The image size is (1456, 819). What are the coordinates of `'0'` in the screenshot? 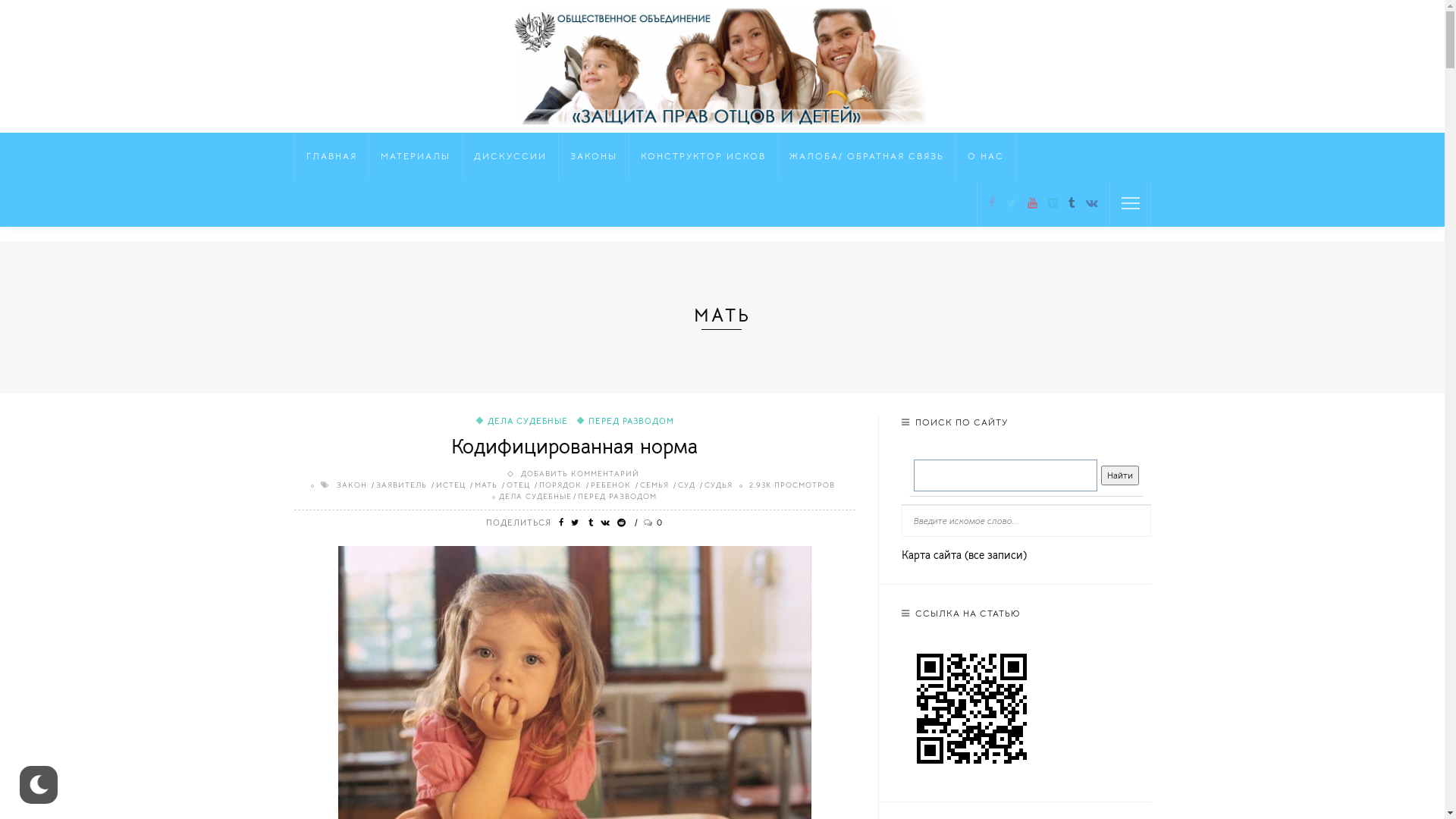 It's located at (648, 522).